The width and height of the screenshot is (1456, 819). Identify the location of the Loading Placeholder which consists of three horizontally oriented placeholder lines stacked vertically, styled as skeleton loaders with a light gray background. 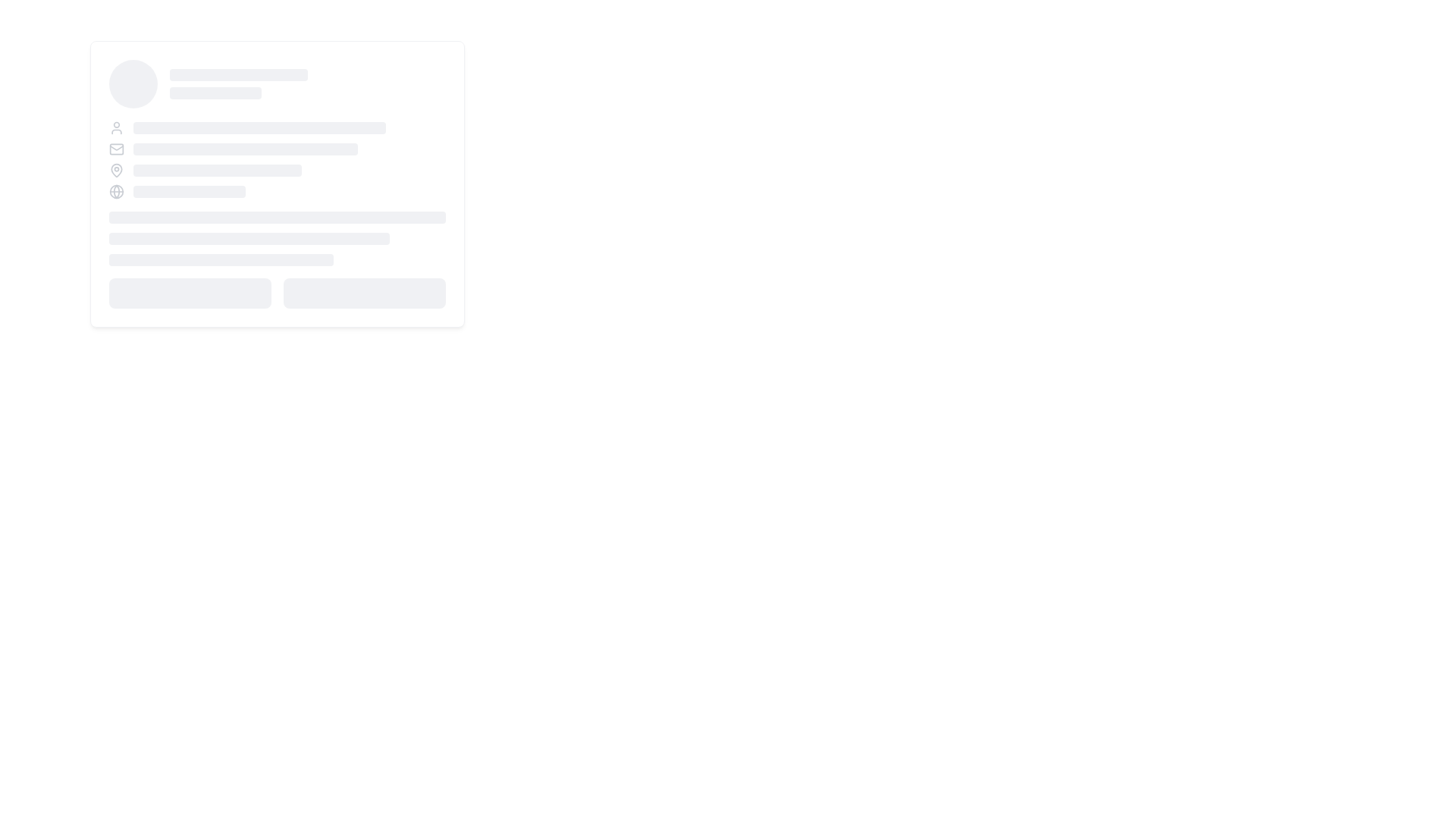
(277, 239).